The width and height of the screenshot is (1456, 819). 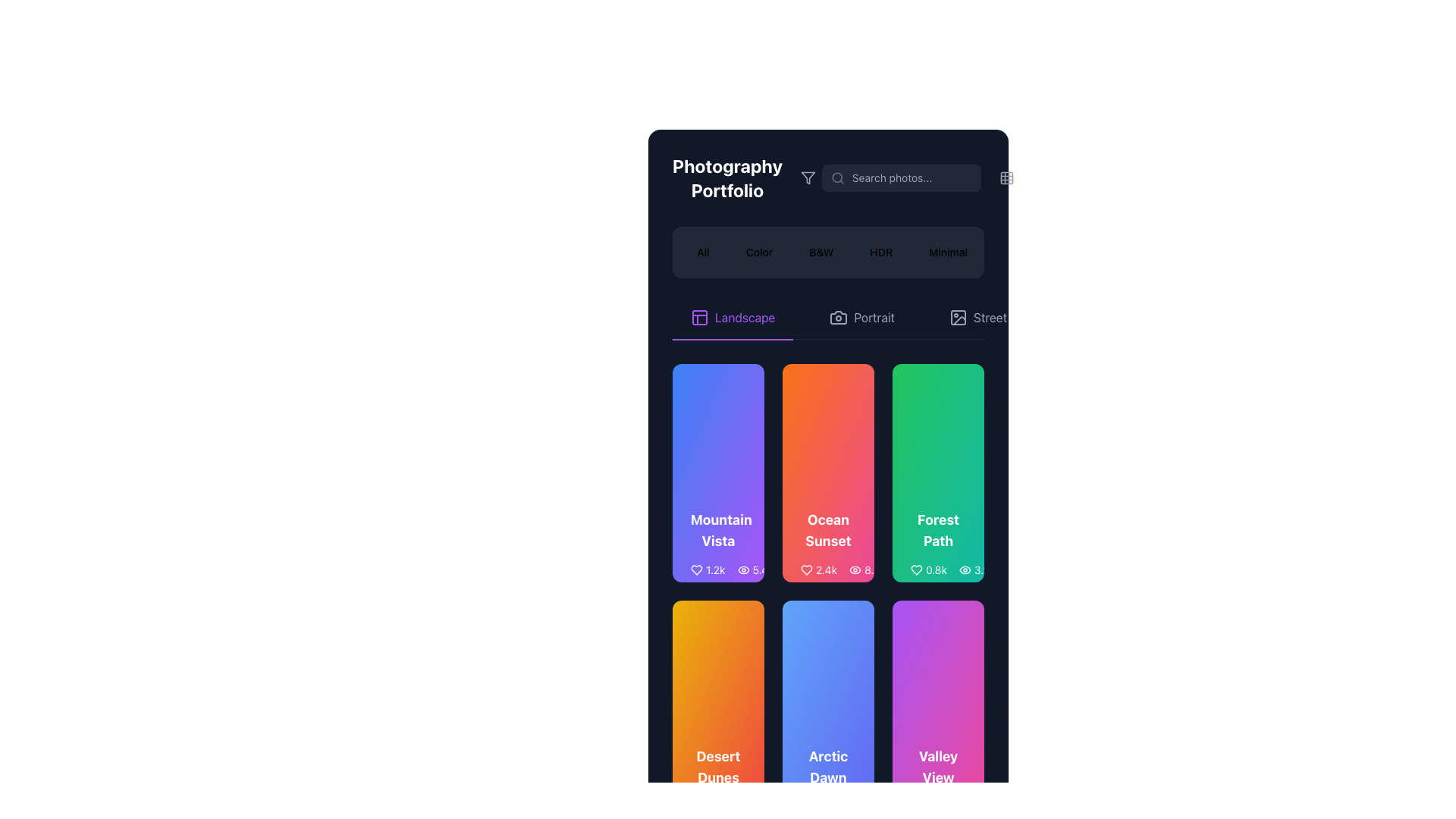 What do you see at coordinates (957, 317) in the screenshot?
I see `the icon button, which is the last in the row of photographic category buttons` at bounding box center [957, 317].